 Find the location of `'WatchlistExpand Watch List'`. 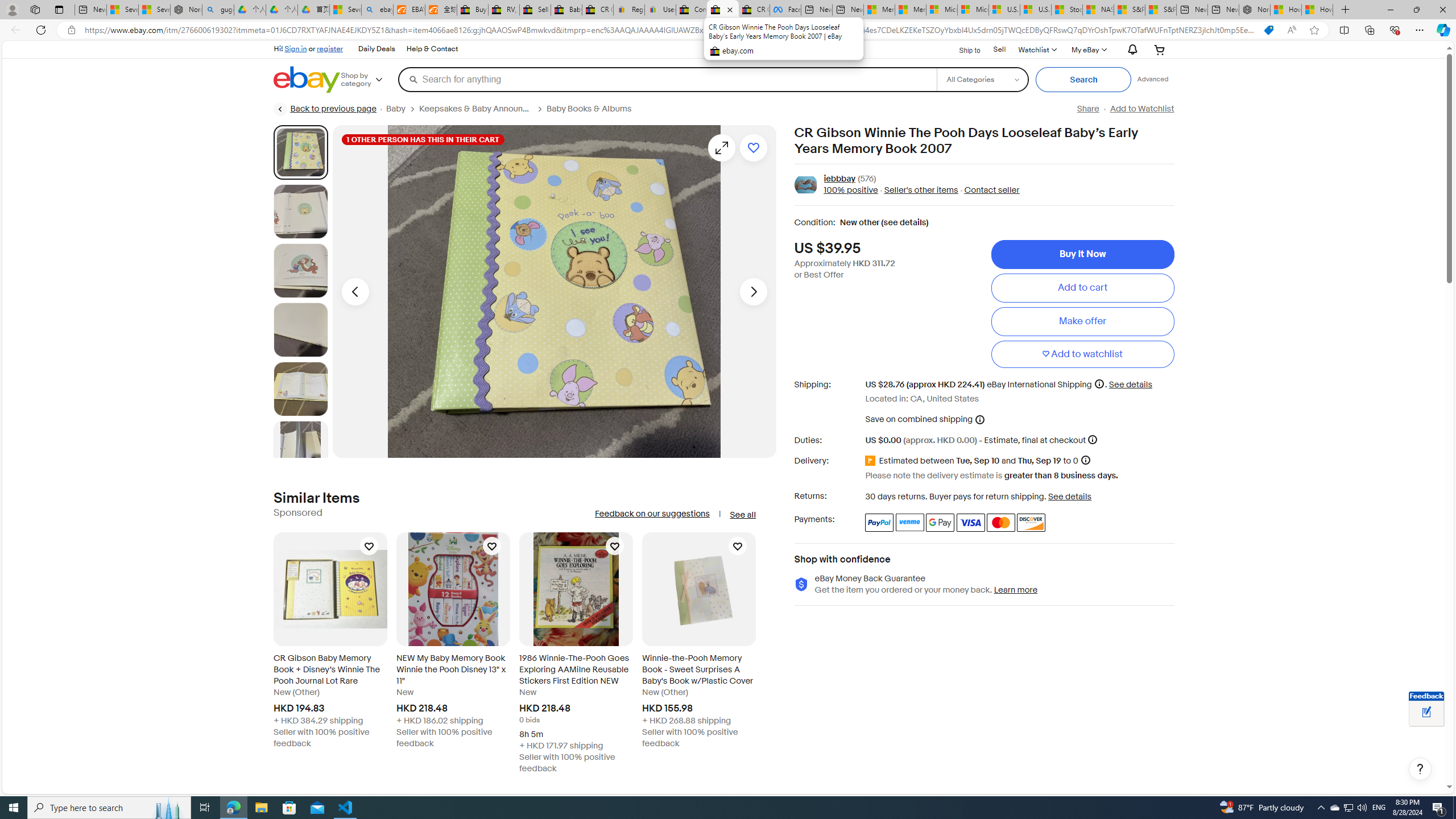

'WatchlistExpand Watch List' is located at coordinates (1036, 49).